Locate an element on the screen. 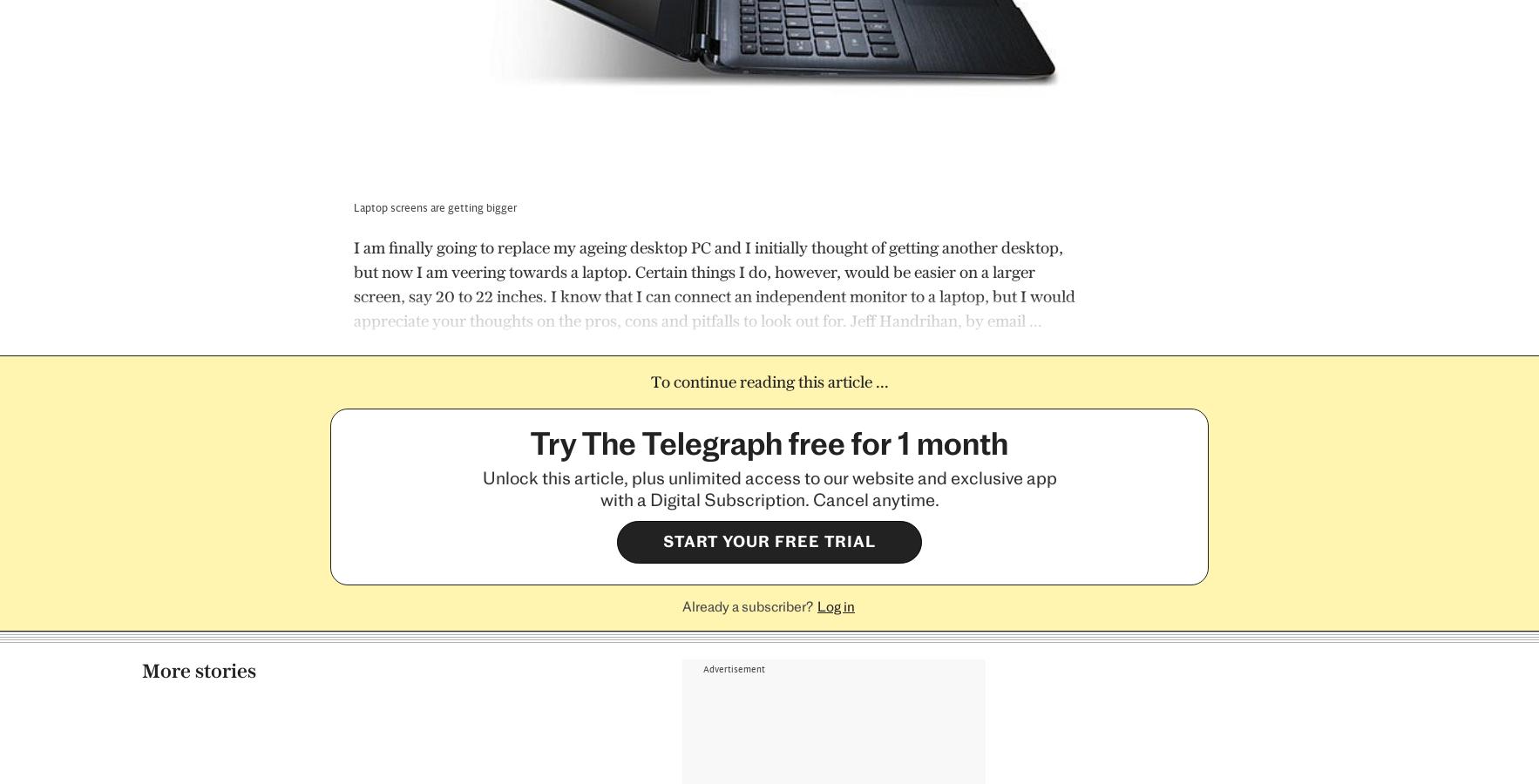 This screenshot has width=1539, height=784. 'More from The Telegraph' is located at coordinates (234, 374).